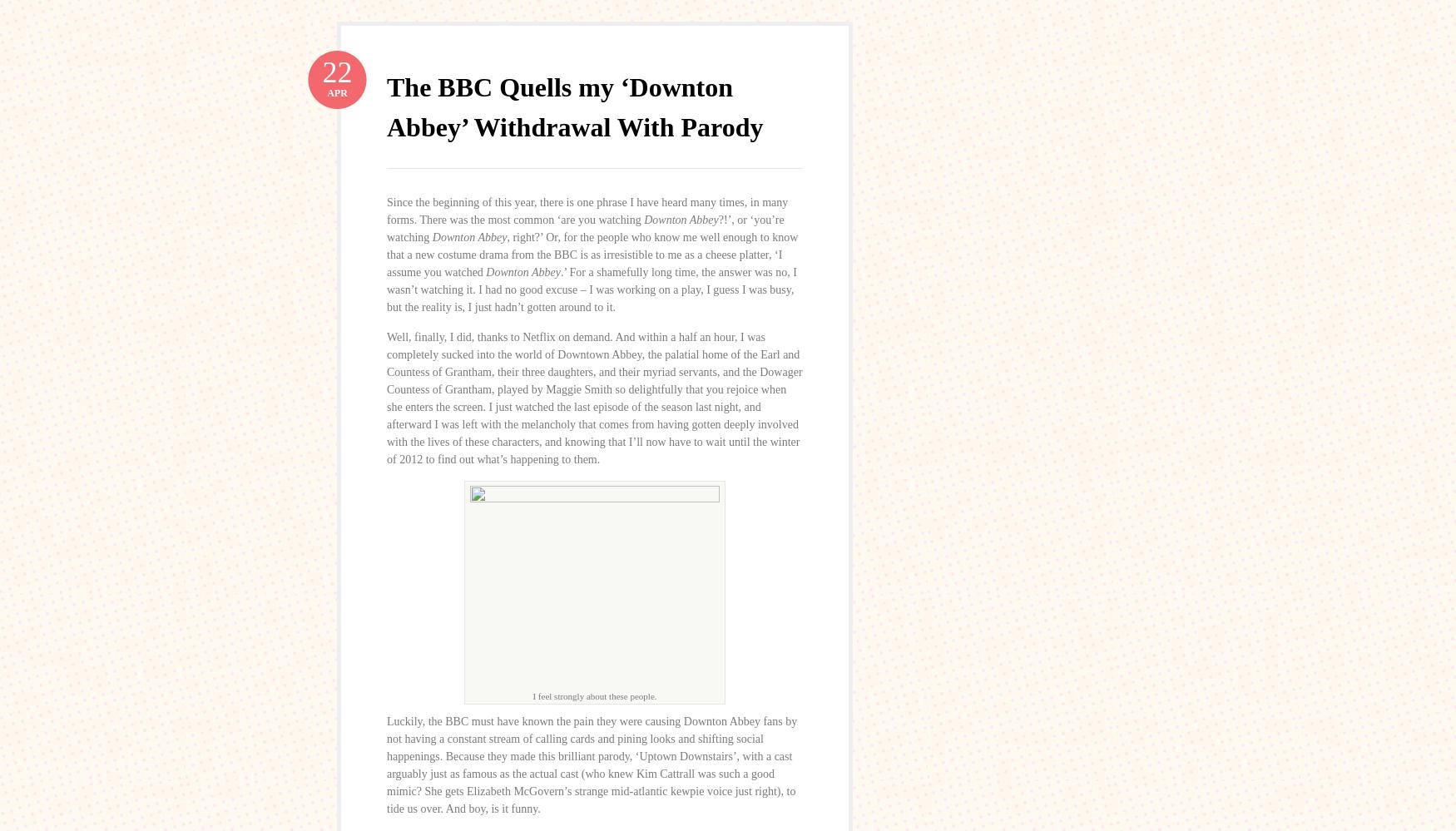 The width and height of the screenshot is (1456, 831). I want to click on 'The BBC Quells my ‘Downton Abbey’ Withdrawal With Parody', so click(386, 106).